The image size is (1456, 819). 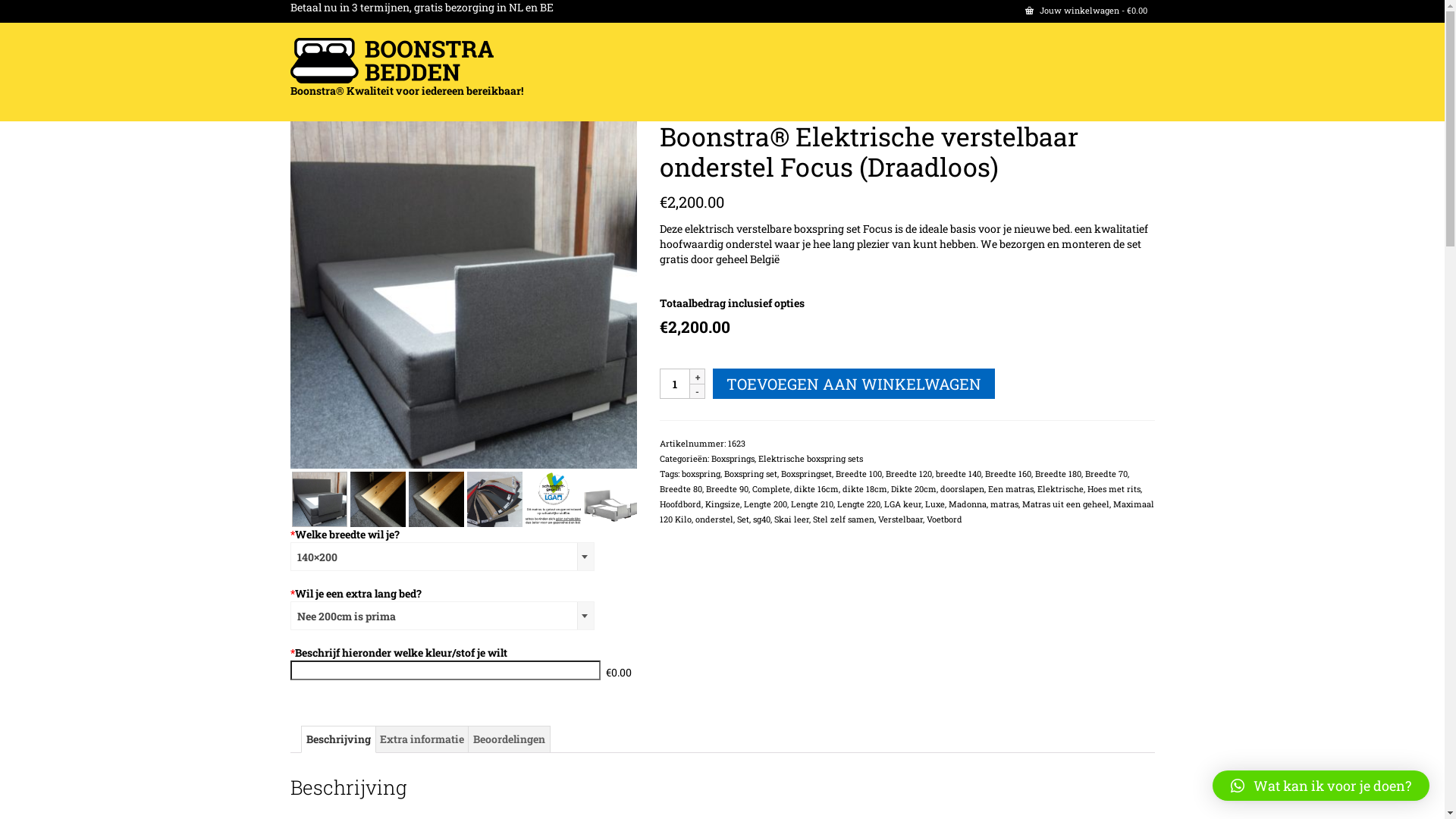 I want to click on 'Boxspring set', so click(x=750, y=472).